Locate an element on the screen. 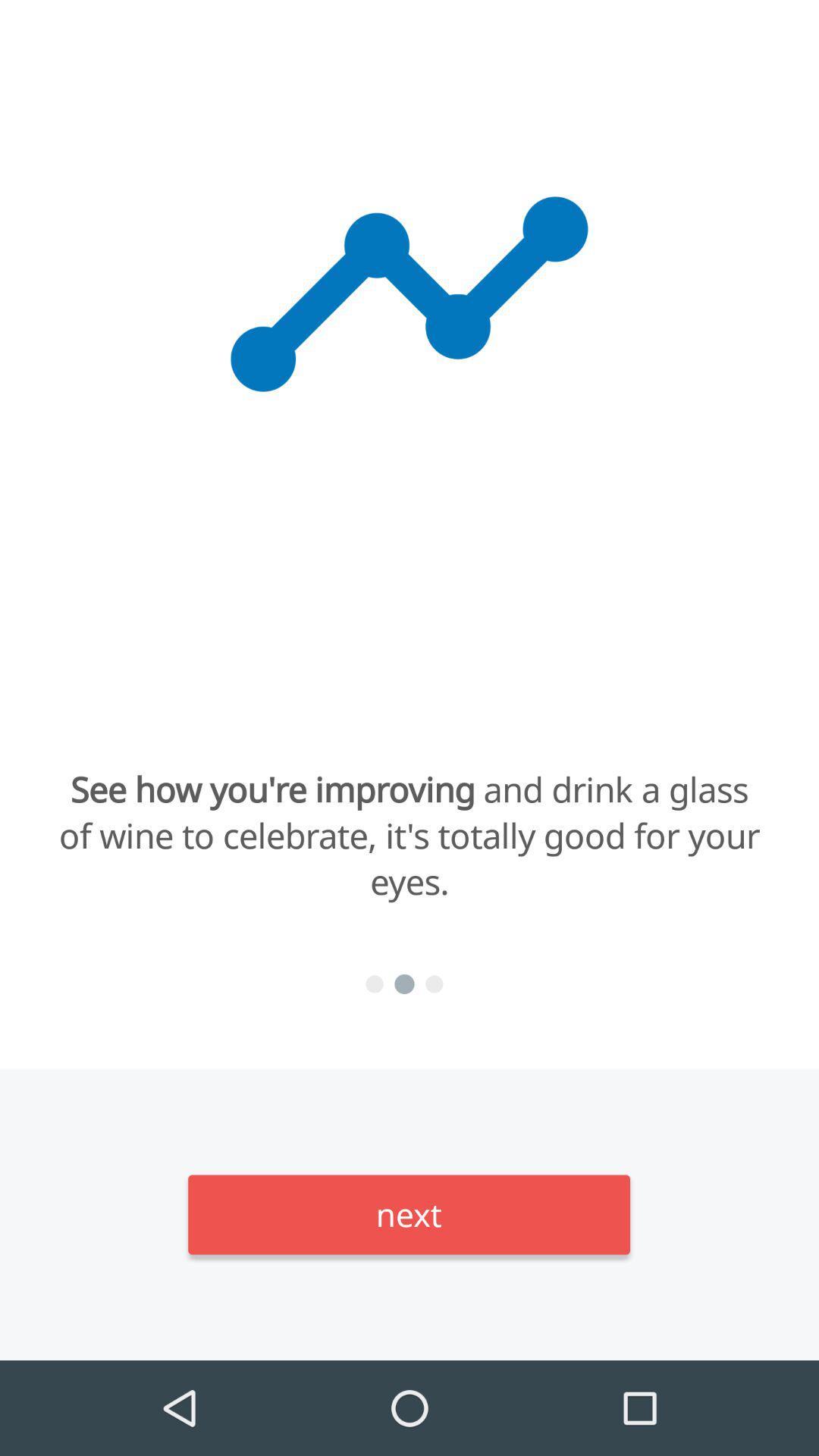  the next is located at coordinates (408, 1215).